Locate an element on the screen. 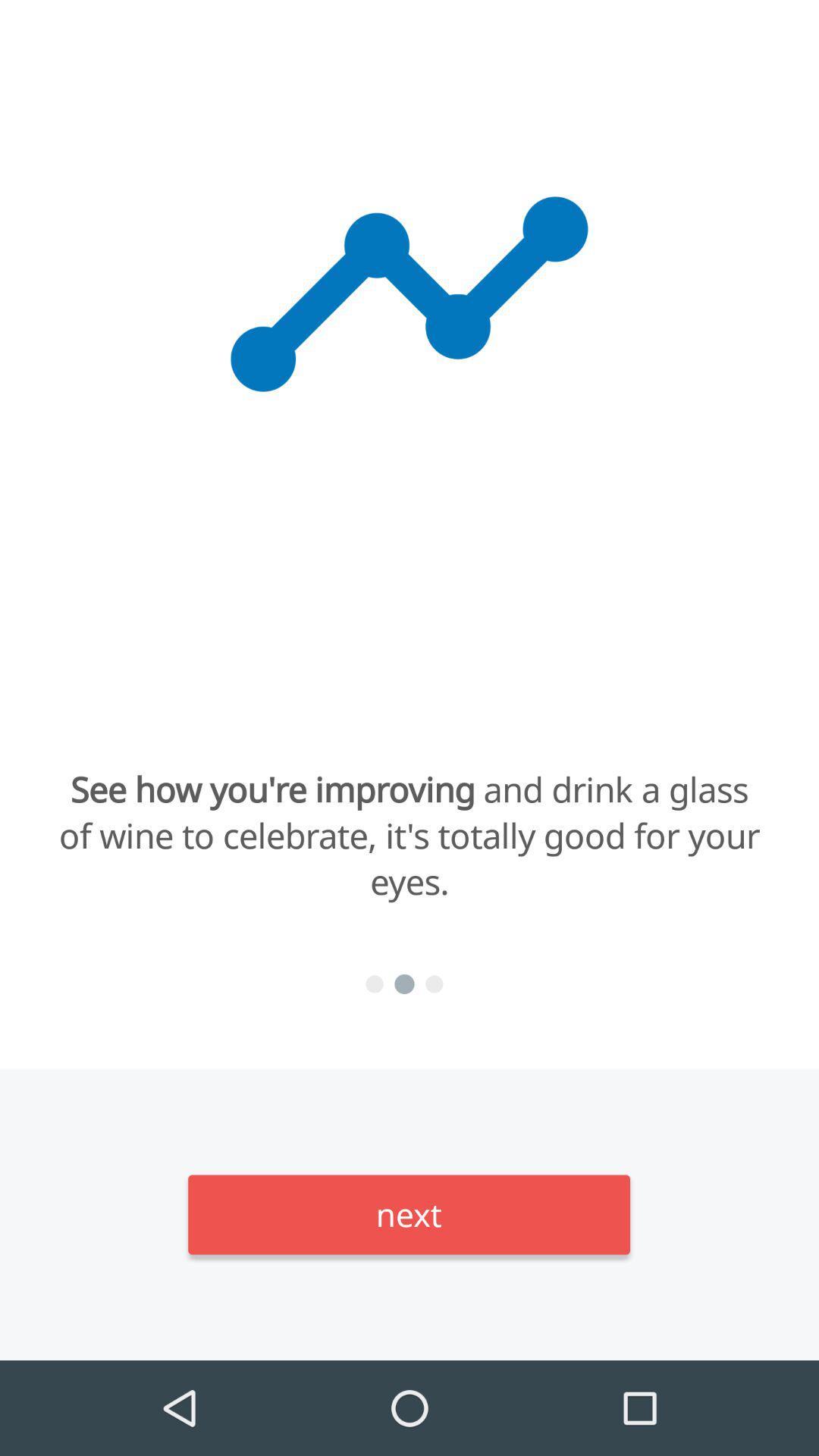  the next is located at coordinates (408, 1215).